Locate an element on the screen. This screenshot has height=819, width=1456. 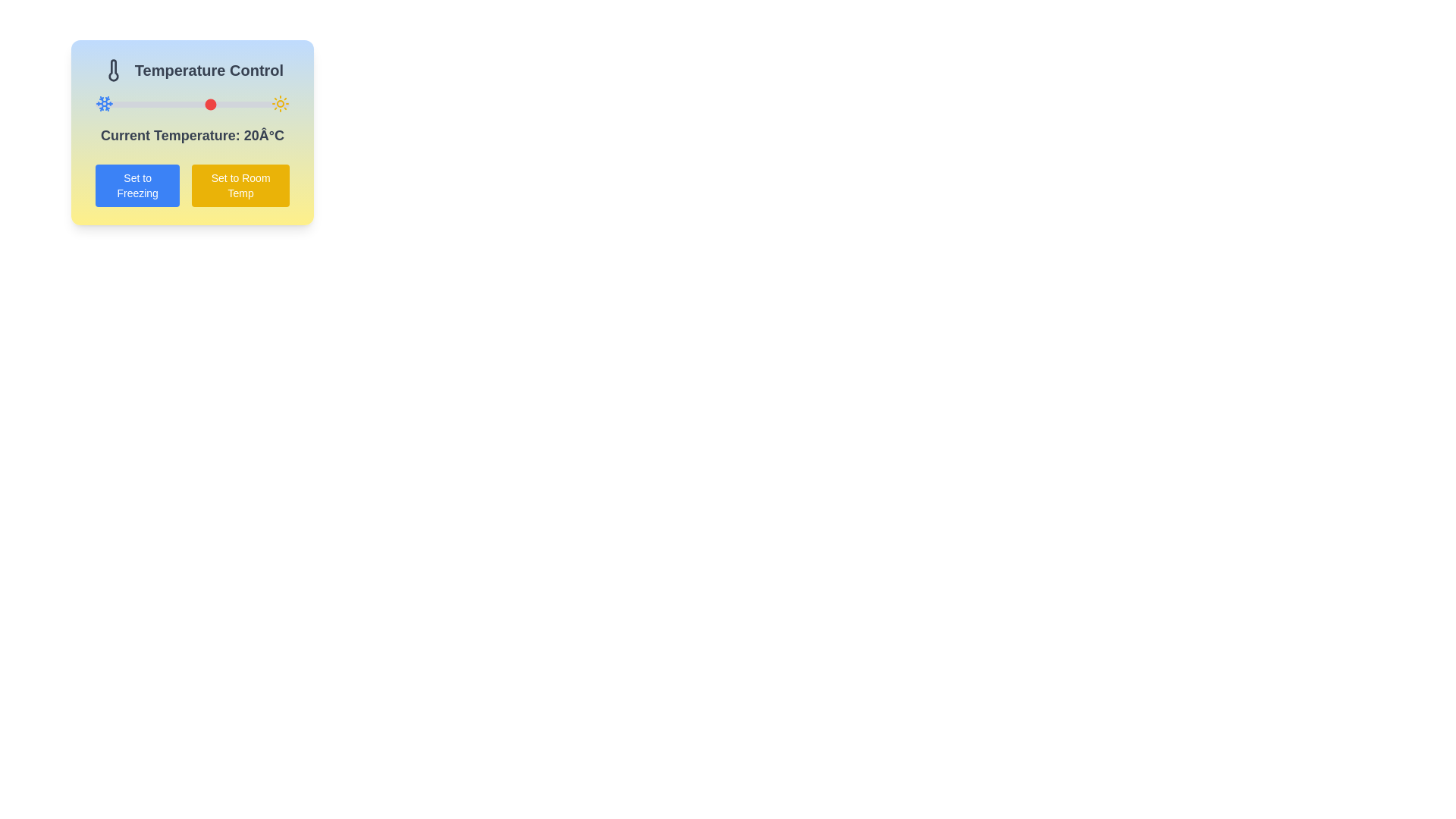
the yellow button labeled 'Set to Room Temp' is located at coordinates (240, 185).